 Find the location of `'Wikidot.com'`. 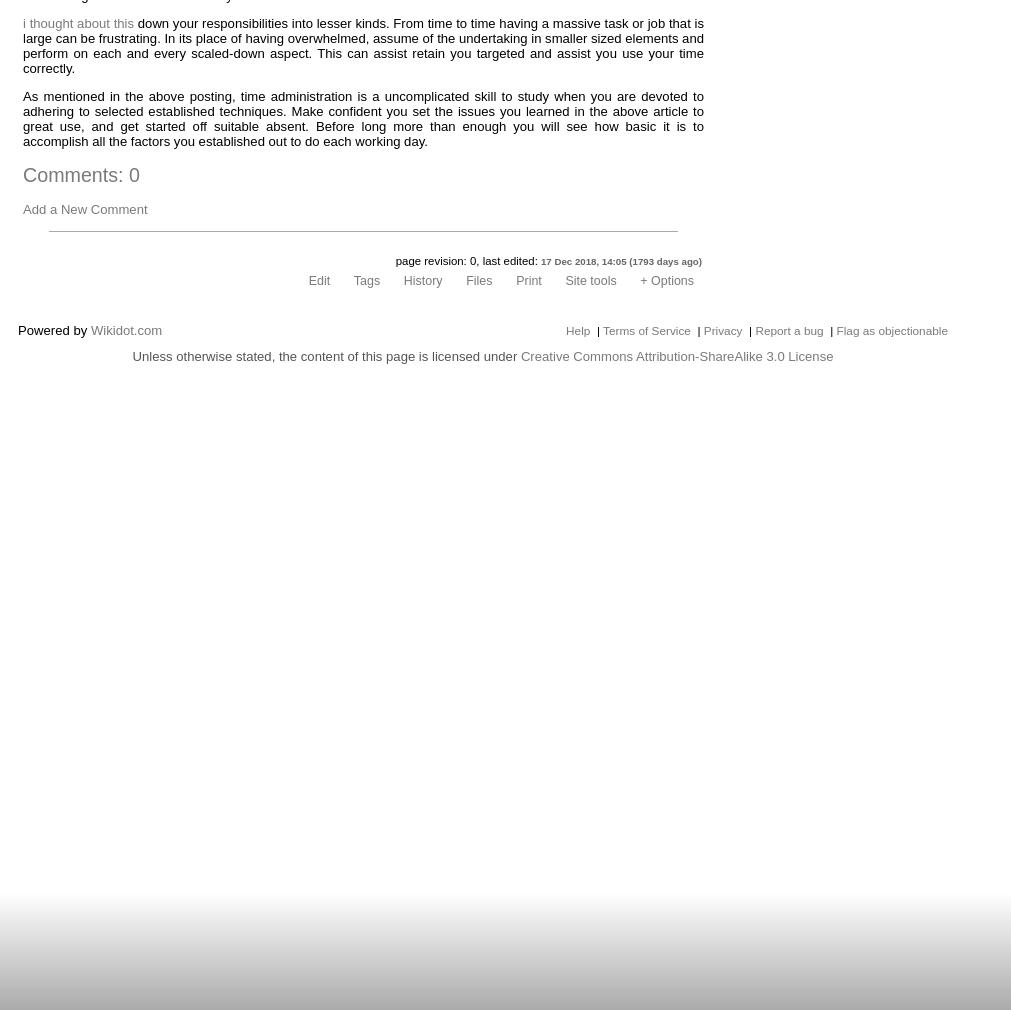

'Wikidot.com' is located at coordinates (124, 330).